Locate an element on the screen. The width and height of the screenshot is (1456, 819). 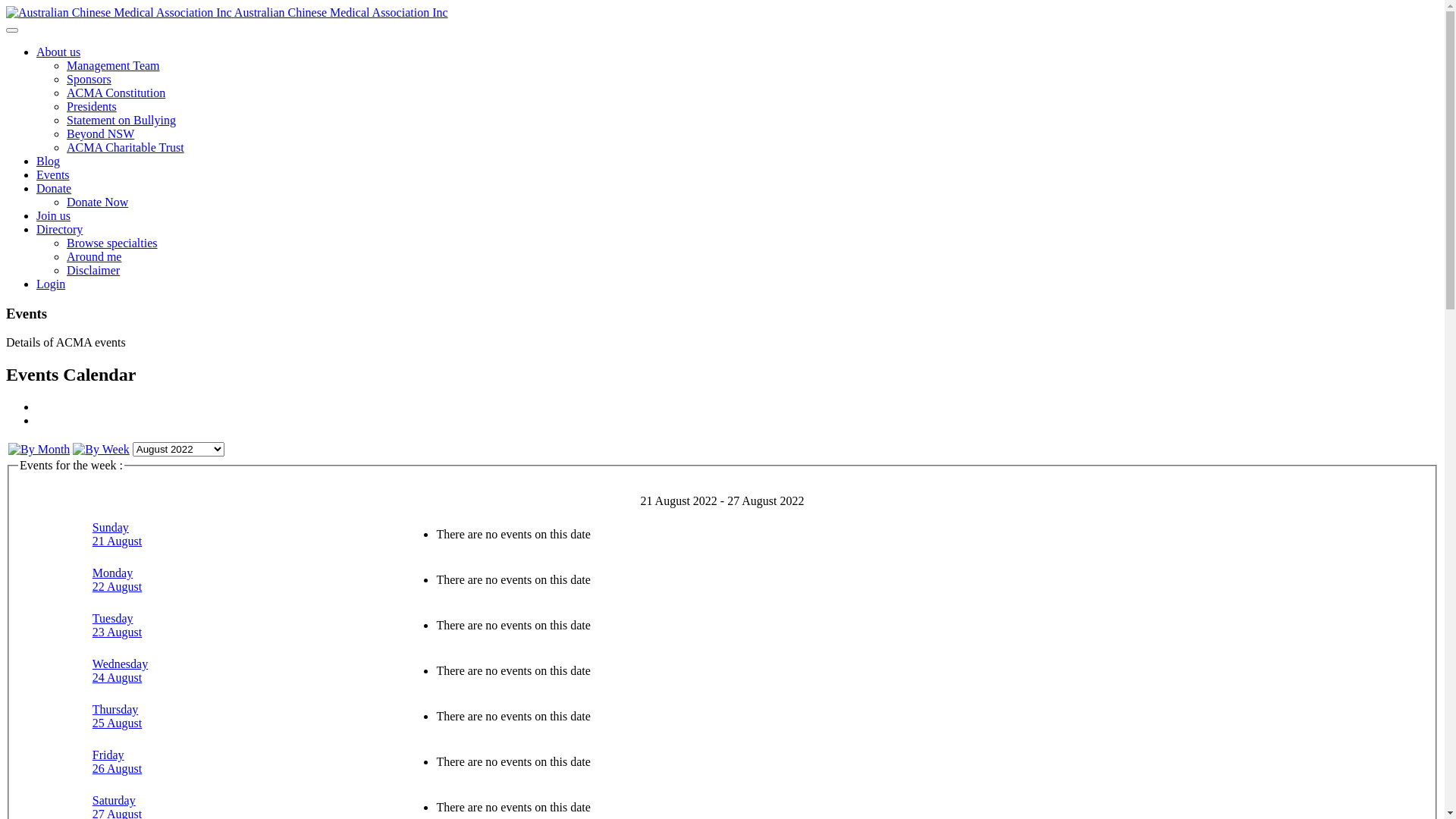
'Directory' is located at coordinates (59, 229).